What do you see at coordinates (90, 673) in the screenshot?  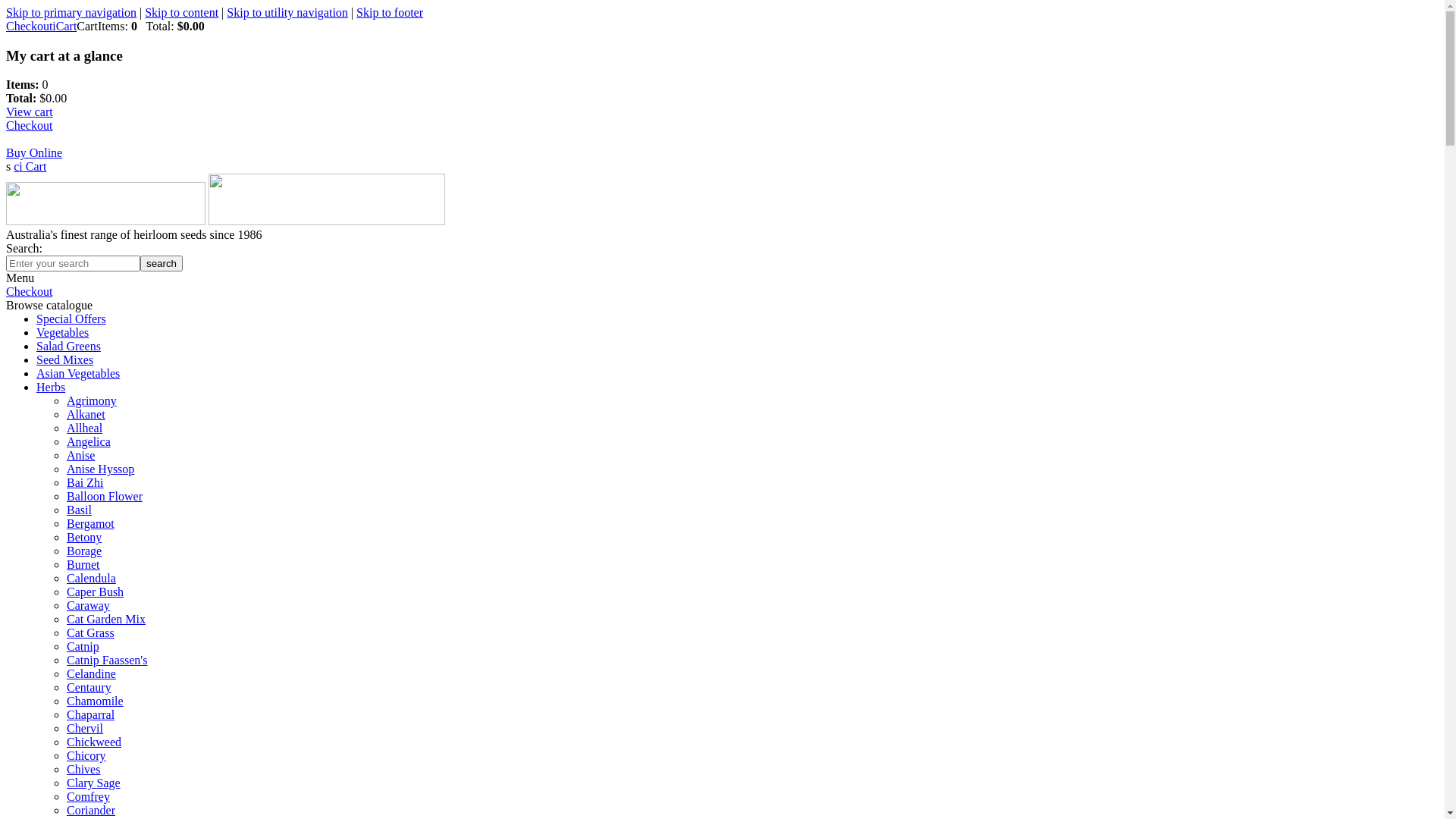 I see `'Celandine'` at bounding box center [90, 673].